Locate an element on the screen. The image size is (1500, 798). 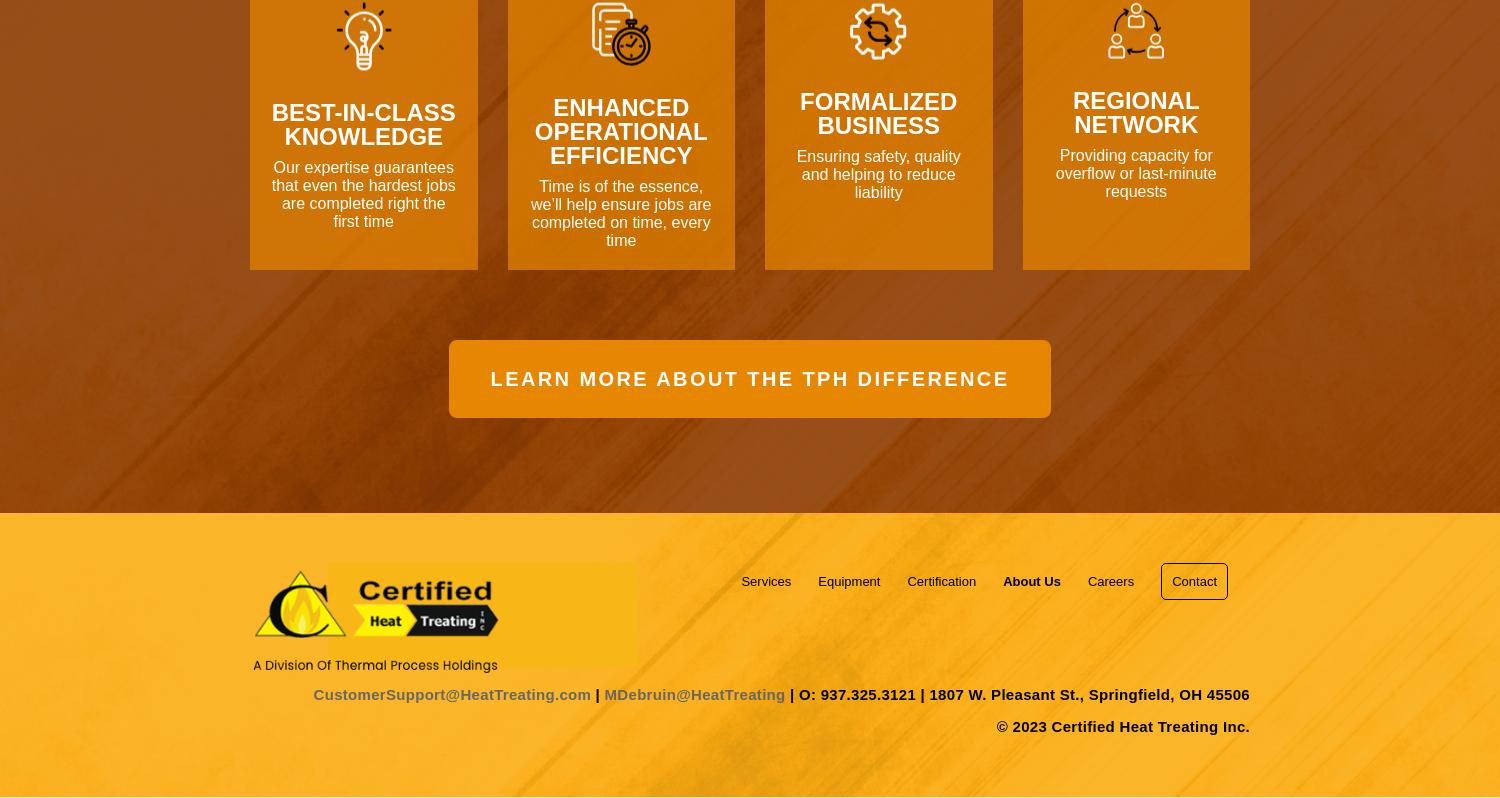
'CustomerSupport@HeatTreating.com' is located at coordinates (312, 693).